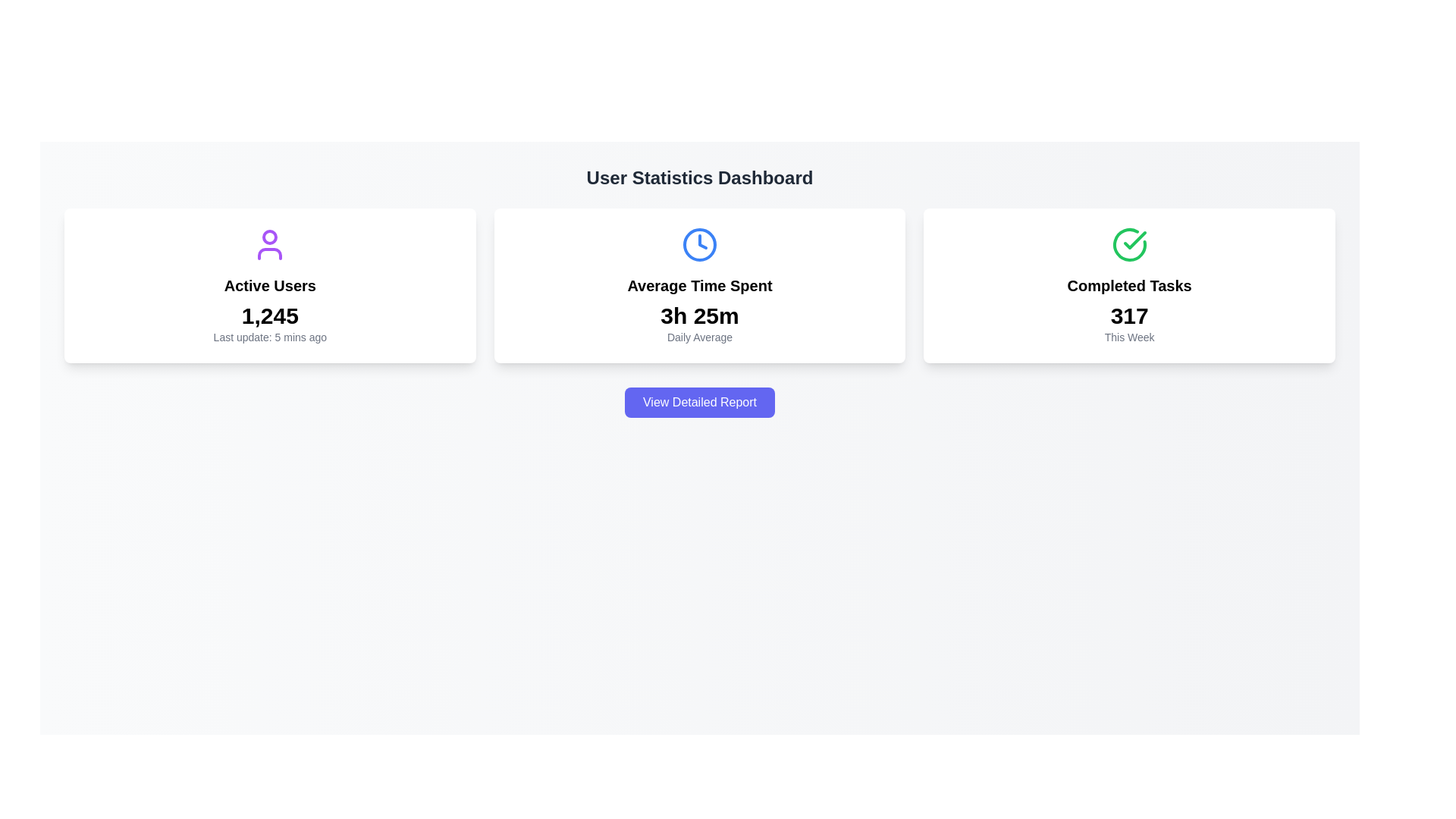 The image size is (1456, 819). I want to click on the clock hands icon within the SVG graphic of the clock icon, which is part of the 'Average Time Spent' card, so click(701, 241).